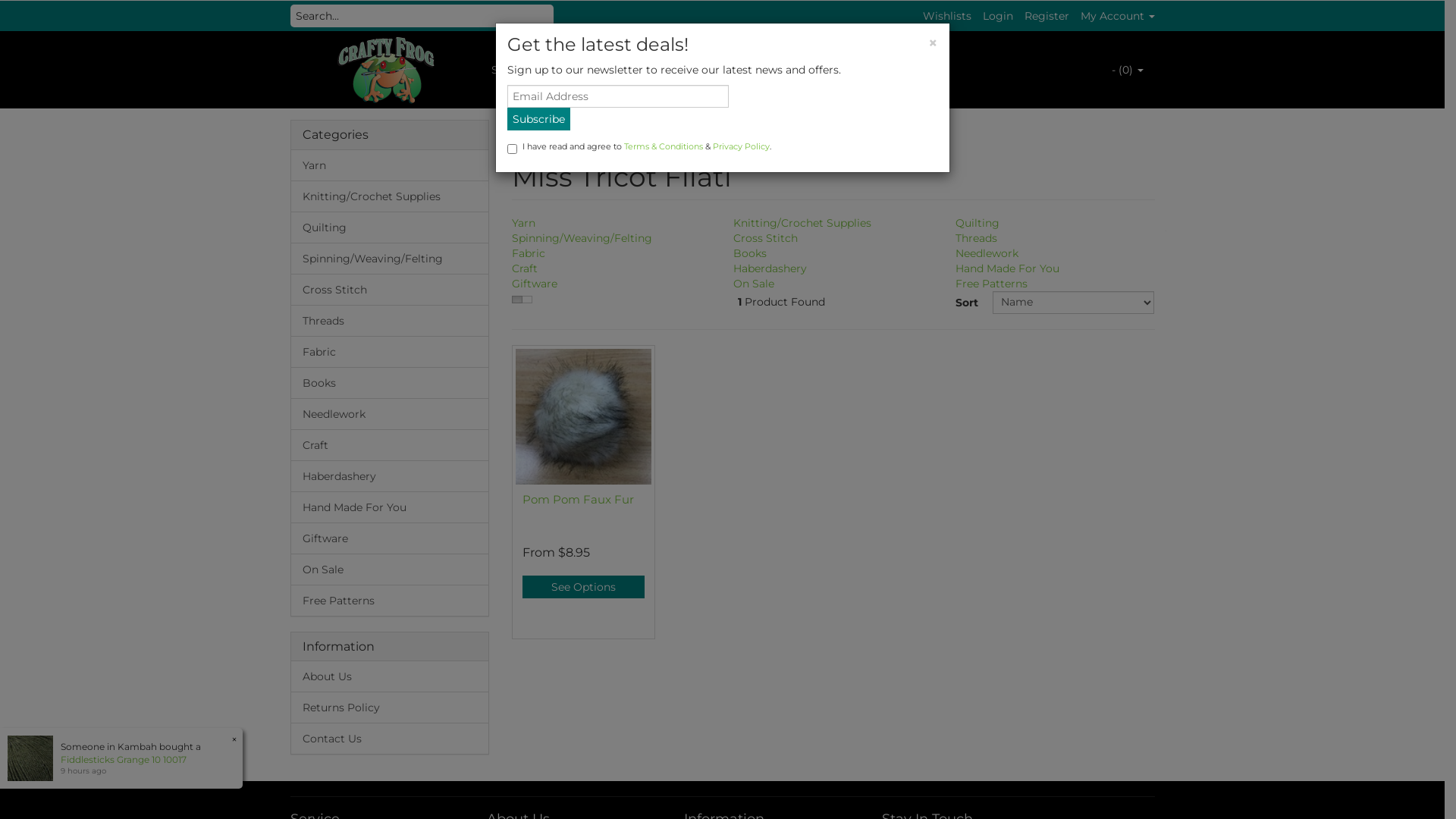 The width and height of the screenshot is (1456, 819). Describe the element at coordinates (291, 570) in the screenshot. I see `'On Sale'` at that location.